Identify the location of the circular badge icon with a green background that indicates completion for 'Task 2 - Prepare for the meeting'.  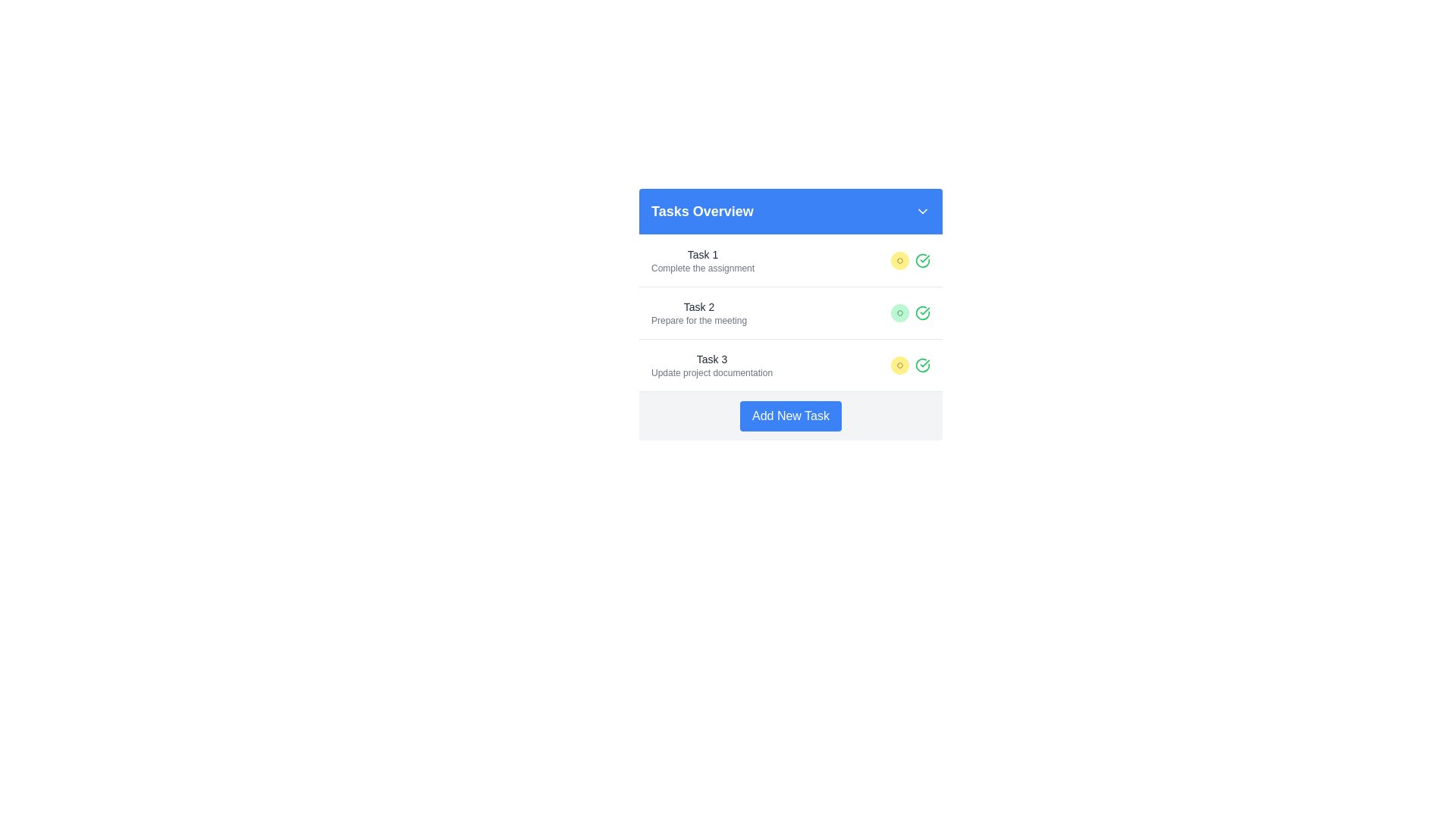
(899, 312).